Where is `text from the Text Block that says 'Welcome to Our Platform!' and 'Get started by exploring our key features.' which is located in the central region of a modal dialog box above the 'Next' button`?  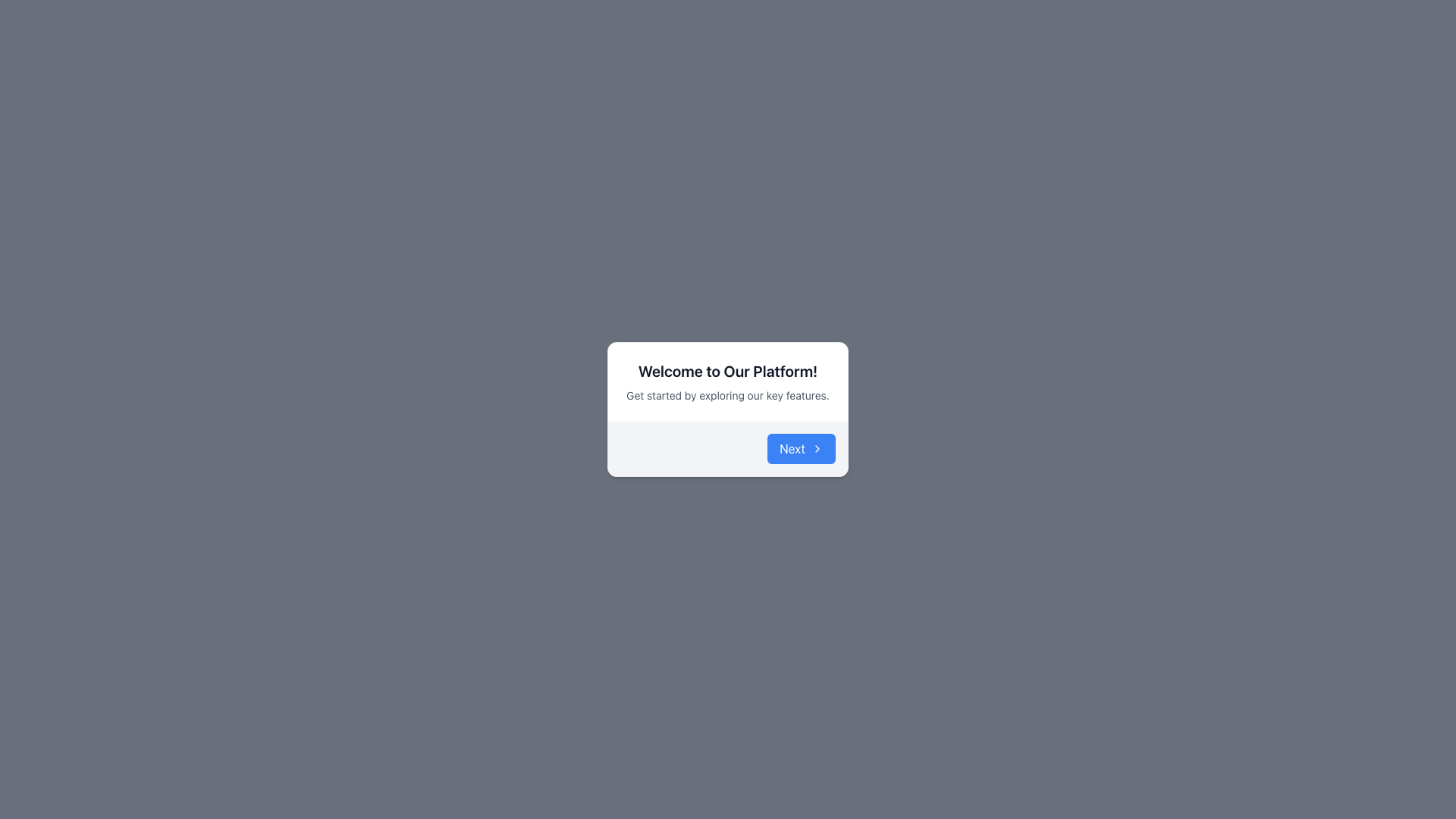
text from the Text Block that says 'Welcome to Our Platform!' and 'Get started by exploring our key features.' which is located in the central region of a modal dialog box above the 'Next' button is located at coordinates (728, 381).